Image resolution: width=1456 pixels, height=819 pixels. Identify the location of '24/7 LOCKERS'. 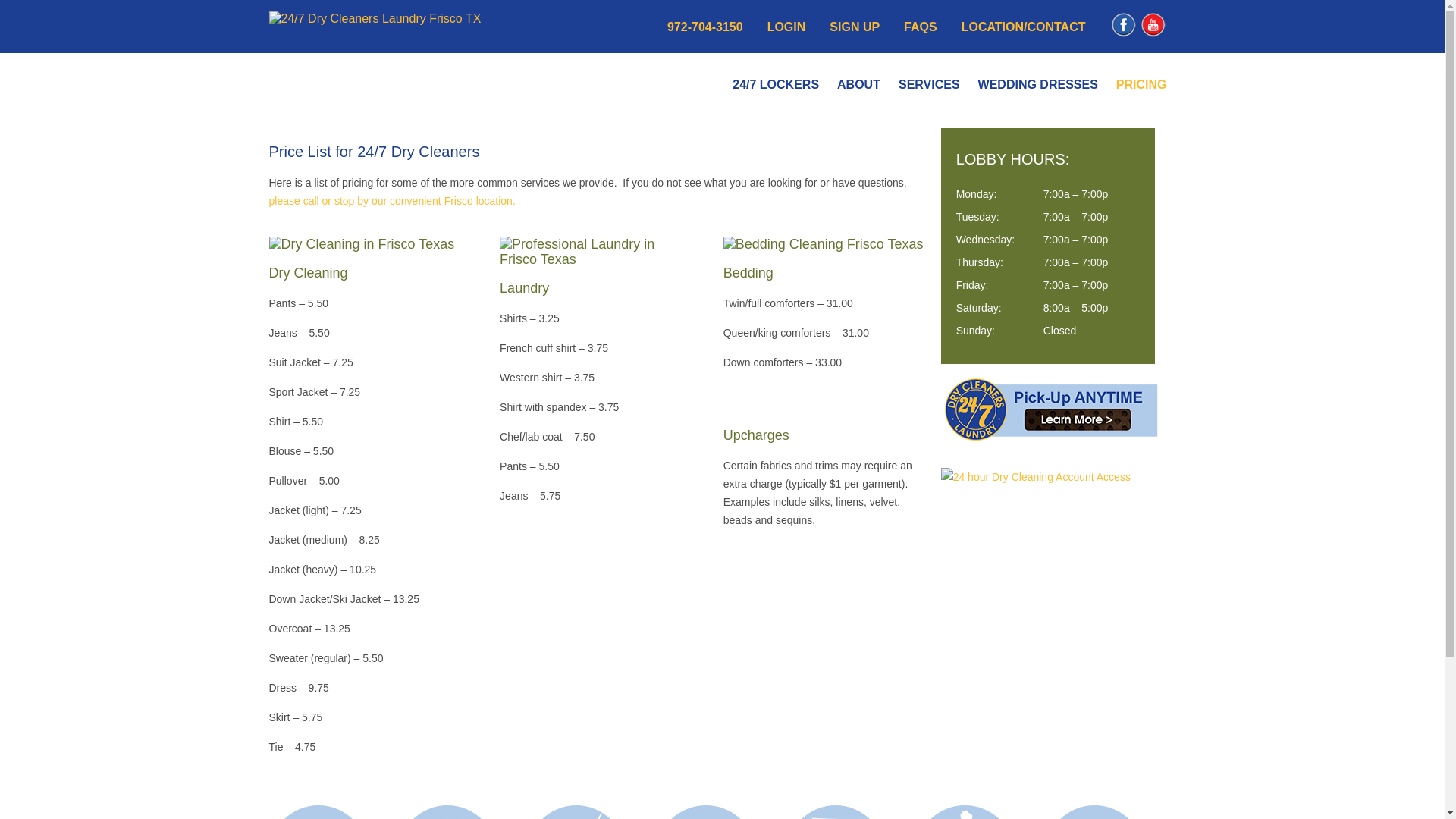
(775, 84).